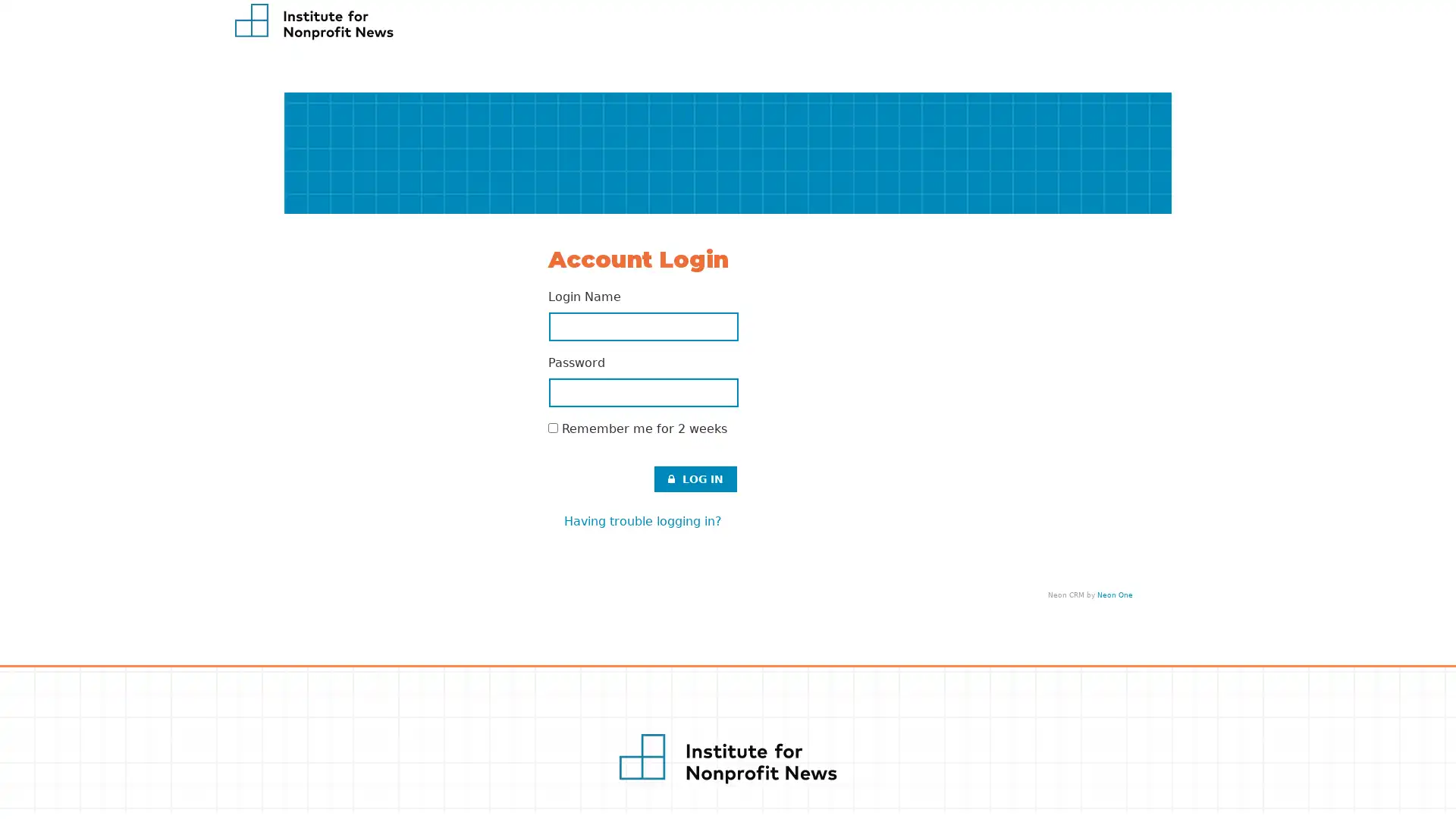 This screenshot has width=1456, height=819. I want to click on LOG IN ., so click(694, 493).